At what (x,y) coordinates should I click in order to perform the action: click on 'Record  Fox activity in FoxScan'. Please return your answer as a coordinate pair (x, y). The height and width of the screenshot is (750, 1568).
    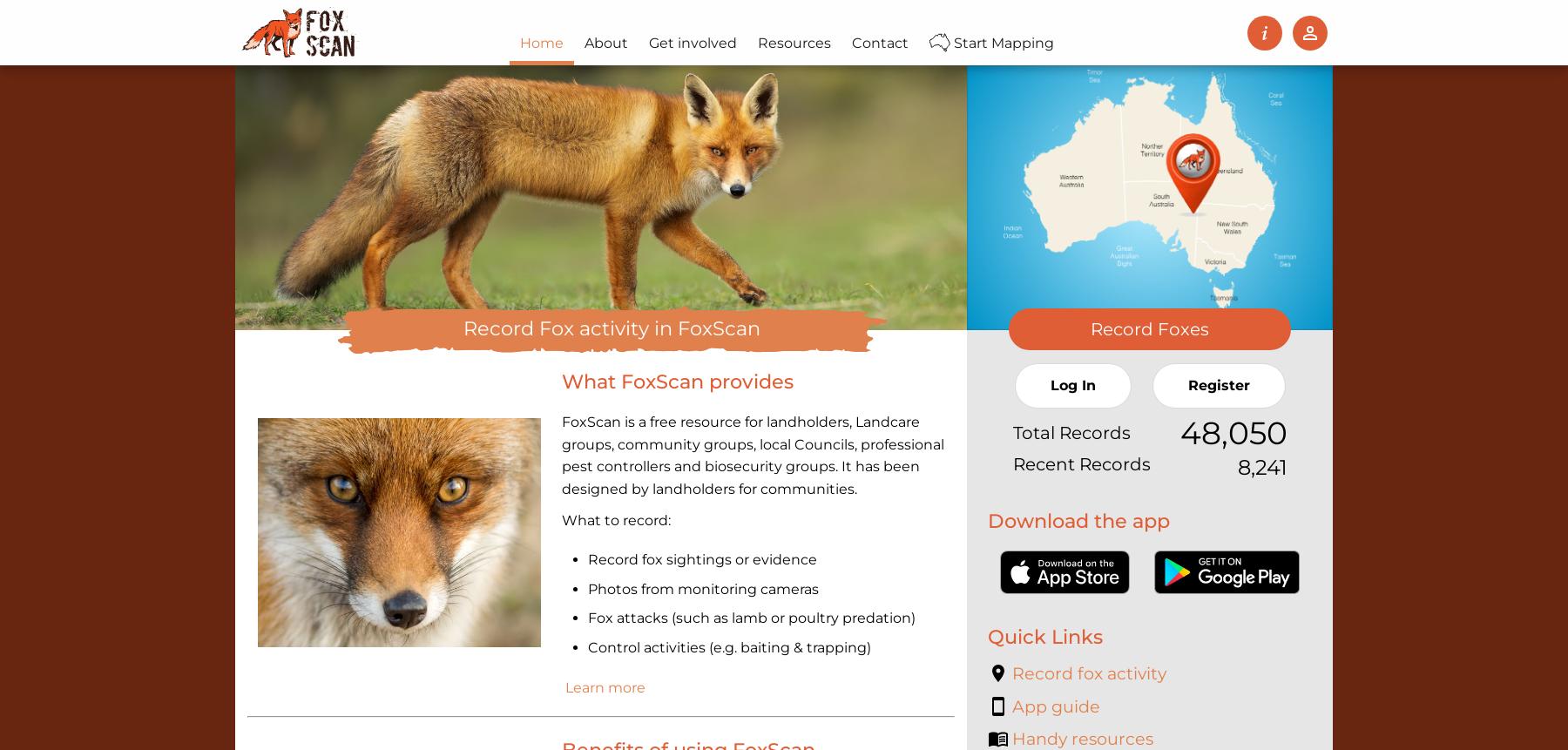
    Looking at the image, I should click on (611, 327).